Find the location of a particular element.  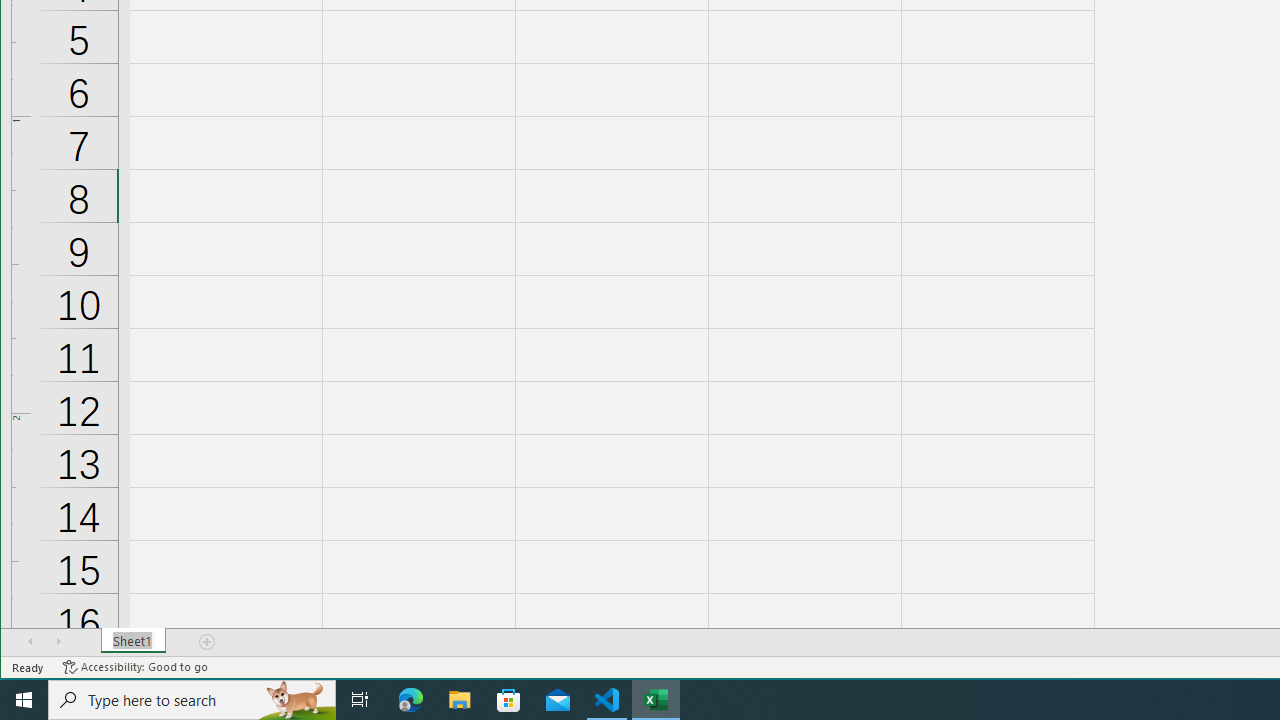

'Microsoft Edge' is located at coordinates (410, 698).